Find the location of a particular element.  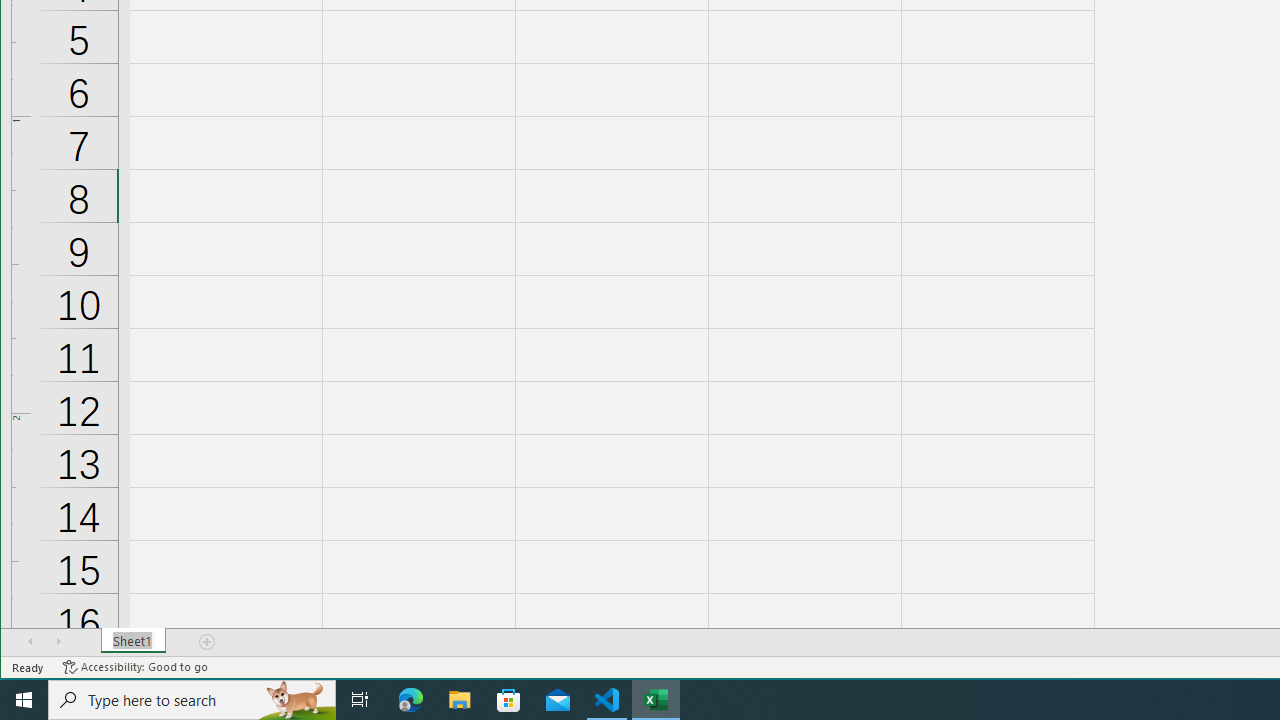

'Microsoft Edge' is located at coordinates (410, 698).